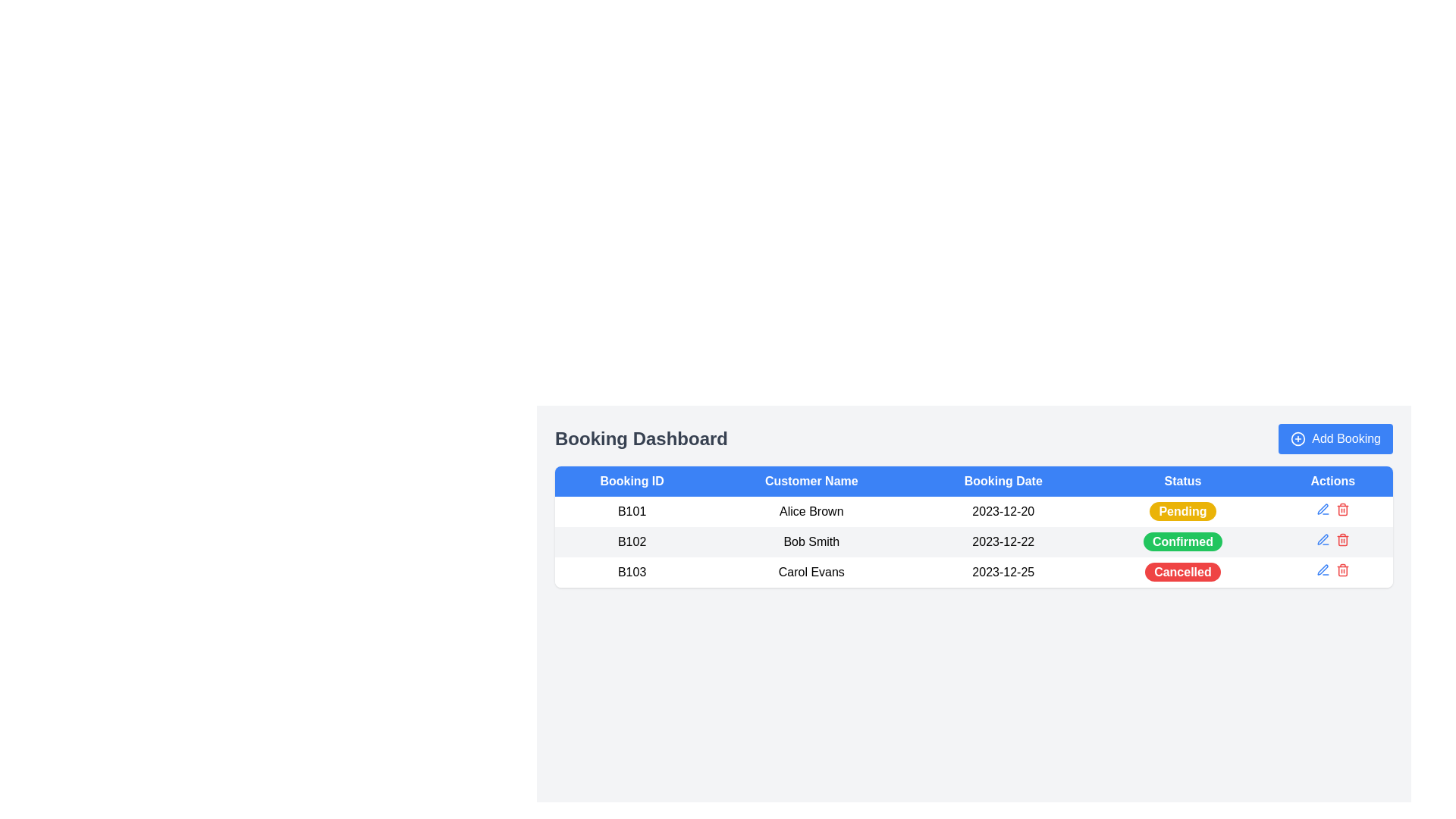 The image size is (1456, 819). I want to click on the rounded button labeled 'Cancelled' with a vivid red background in the 'Status' column of the booking ID 'B103' for customer 'Carol Evans', so click(1182, 573).